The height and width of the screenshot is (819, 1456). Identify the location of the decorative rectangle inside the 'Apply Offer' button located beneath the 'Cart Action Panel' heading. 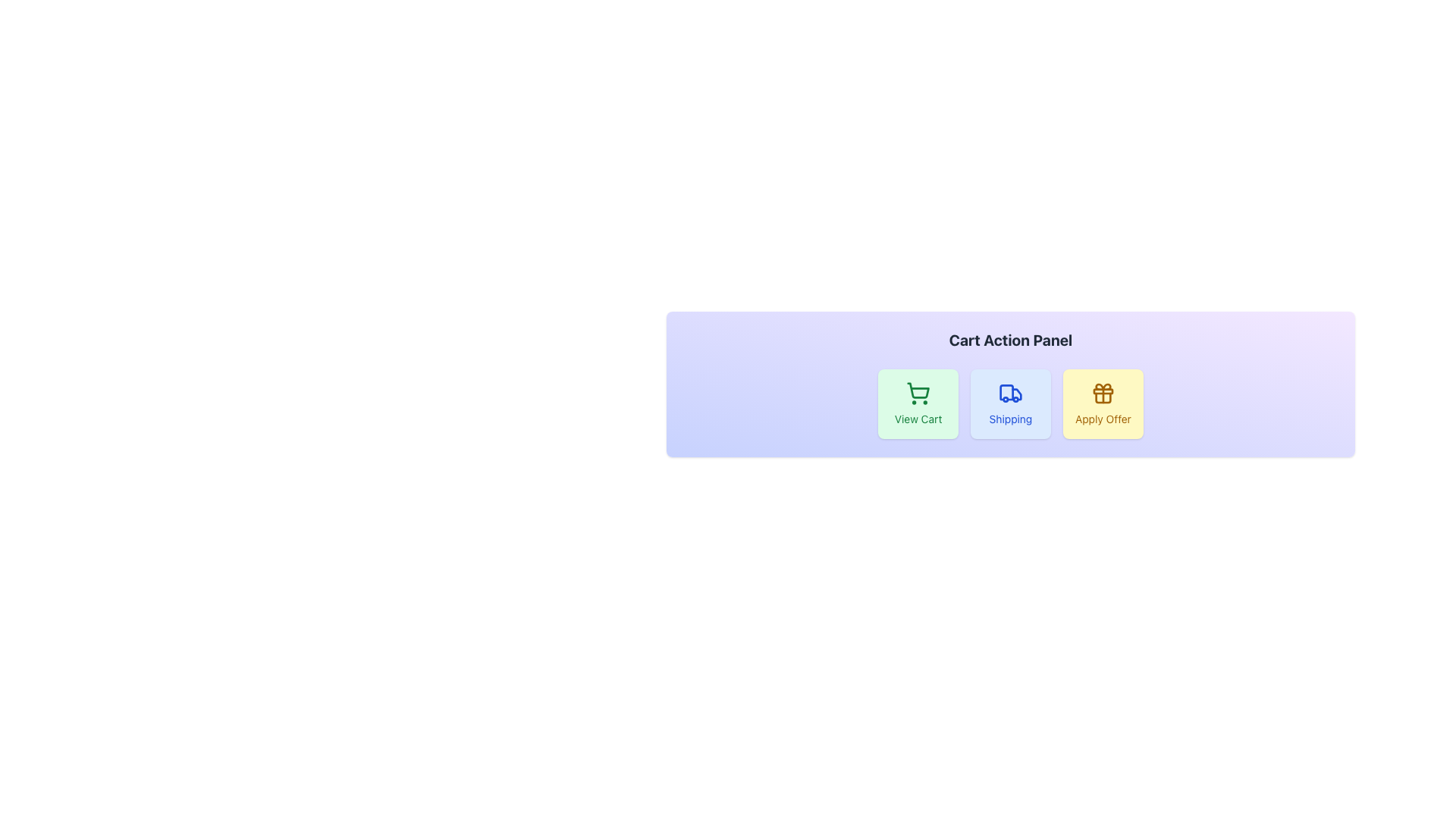
(1103, 391).